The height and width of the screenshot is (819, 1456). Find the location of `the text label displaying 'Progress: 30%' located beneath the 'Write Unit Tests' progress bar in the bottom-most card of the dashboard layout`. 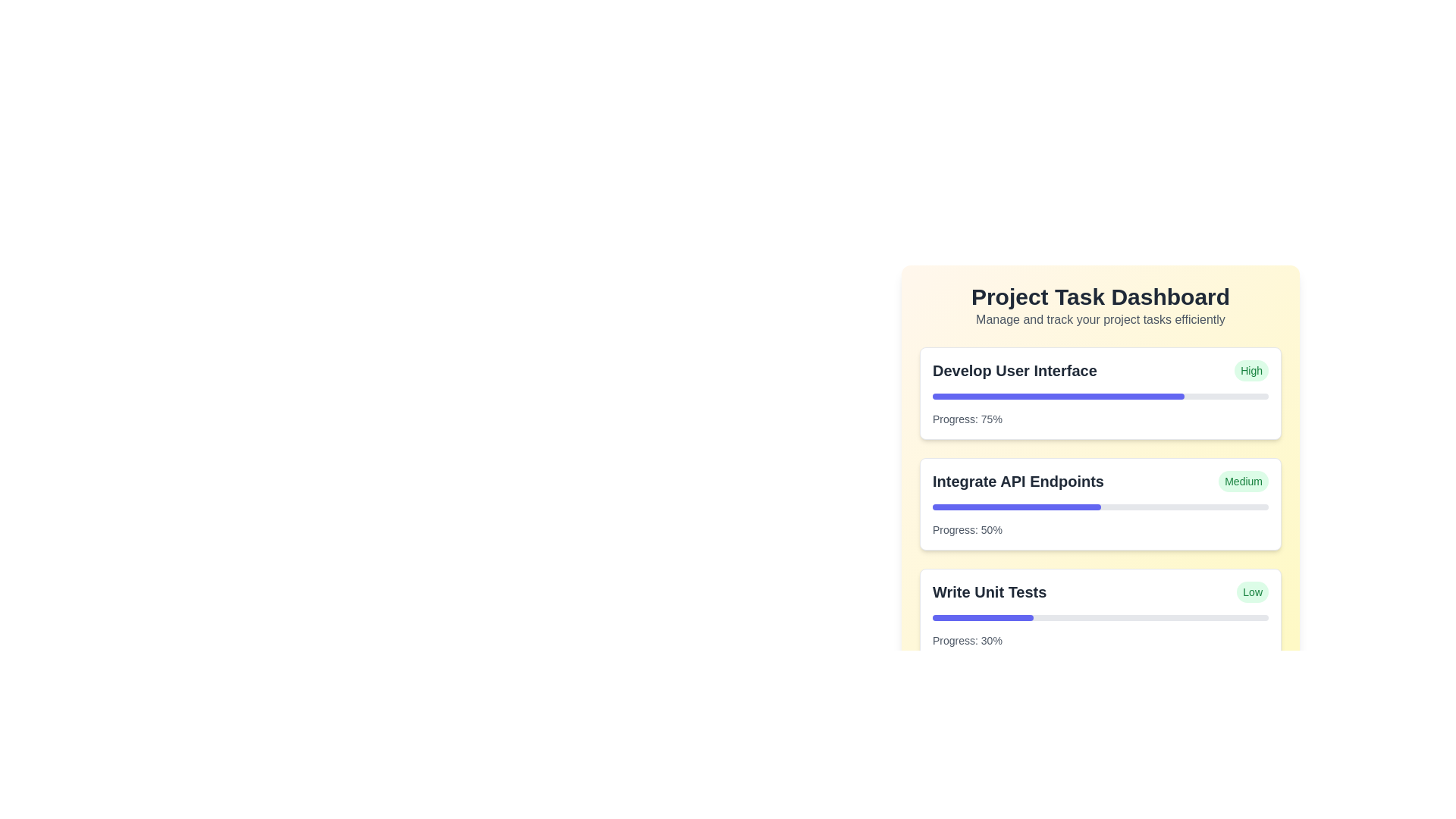

the text label displaying 'Progress: 30%' located beneath the 'Write Unit Tests' progress bar in the bottom-most card of the dashboard layout is located at coordinates (966, 640).